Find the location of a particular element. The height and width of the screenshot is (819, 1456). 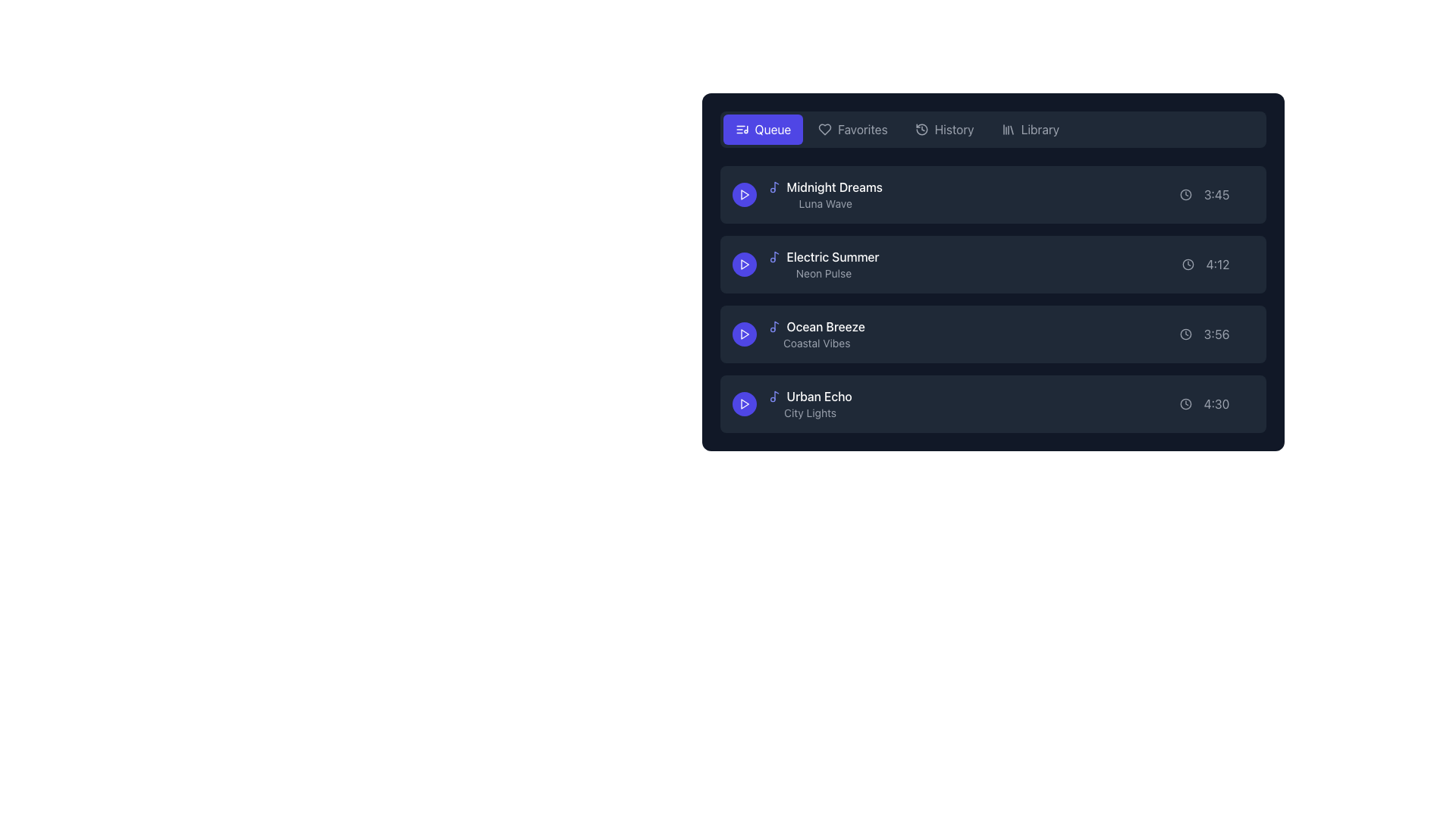

the 'Library' text label in the navigation menu is located at coordinates (1039, 128).